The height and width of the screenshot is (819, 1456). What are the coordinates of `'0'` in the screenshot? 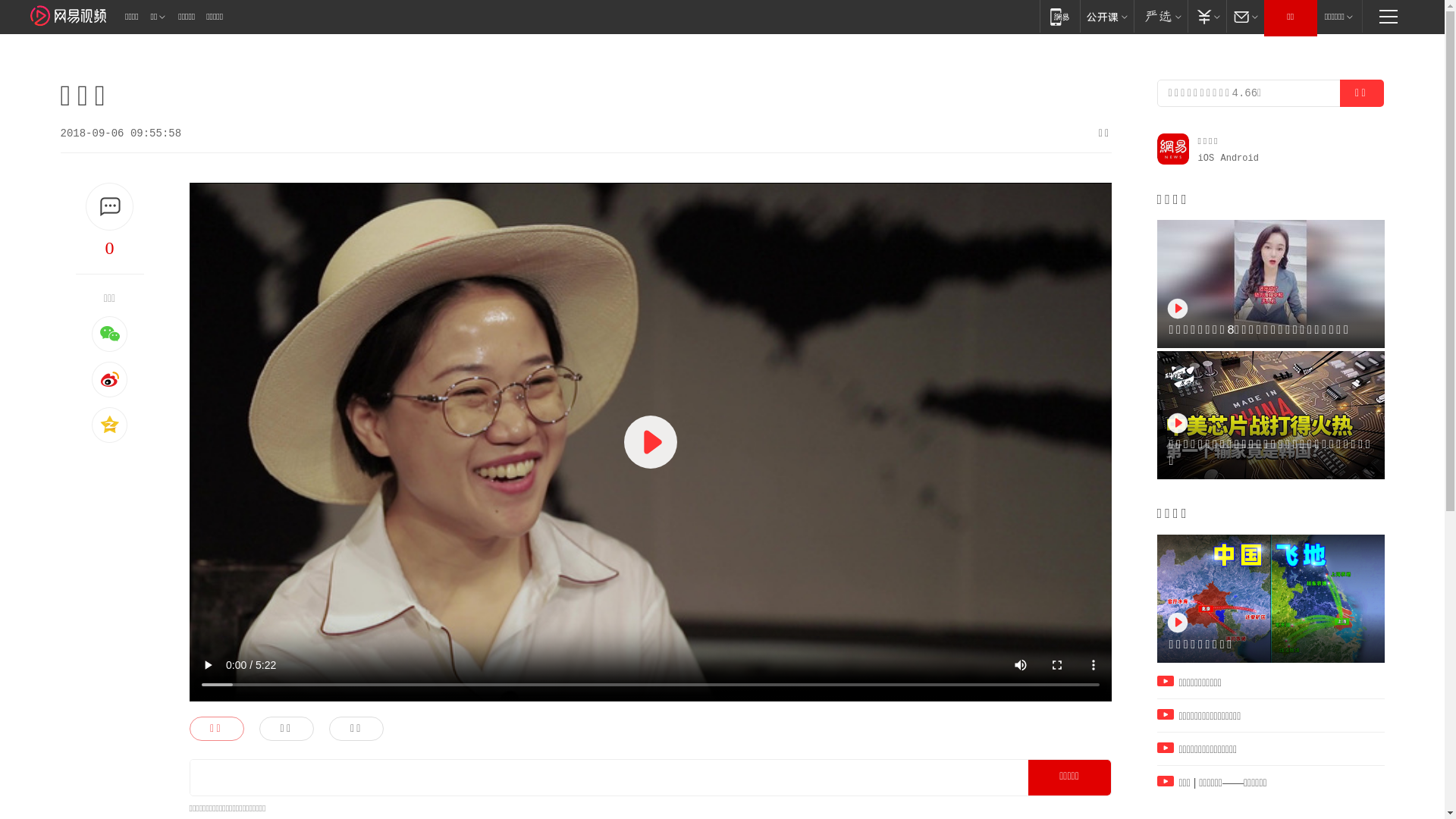 It's located at (108, 247).